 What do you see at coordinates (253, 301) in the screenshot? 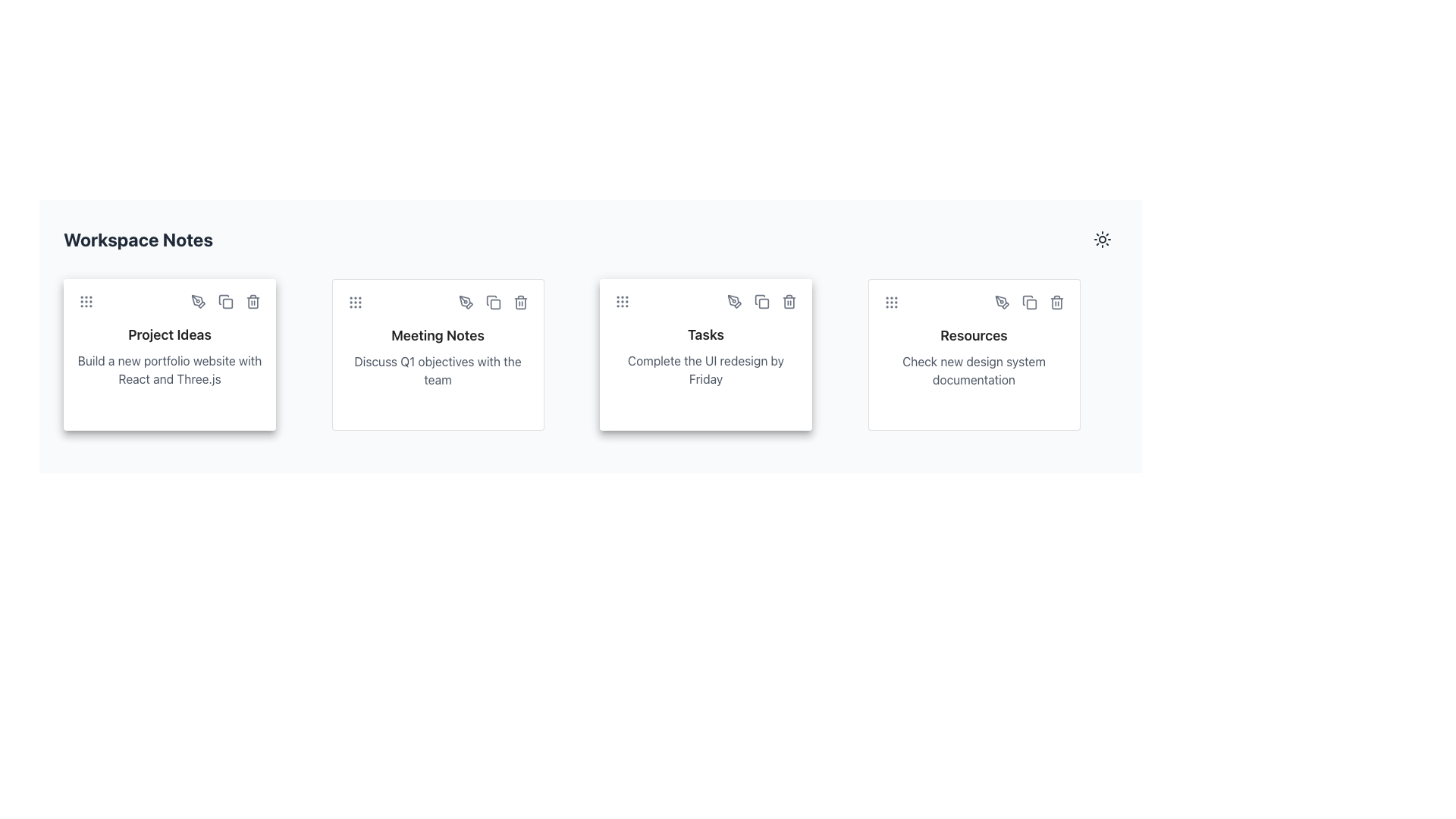
I see `the delete icon located in the top-right corner of the 'Project Ideas' card within the 'Workspace Notes' section to initiate the deletion action` at bounding box center [253, 301].